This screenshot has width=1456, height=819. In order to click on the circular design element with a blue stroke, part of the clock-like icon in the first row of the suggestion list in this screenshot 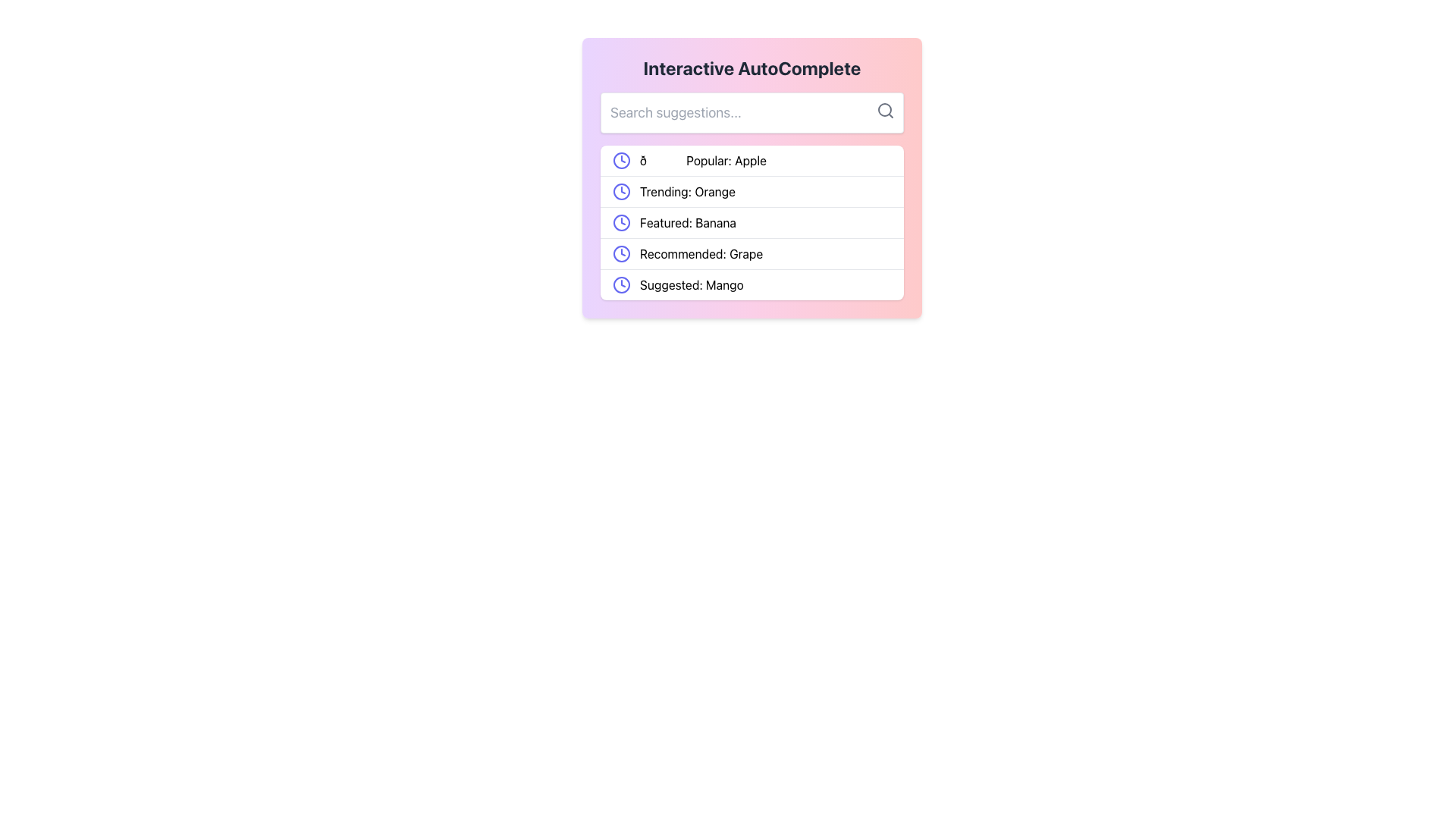, I will do `click(622, 284)`.